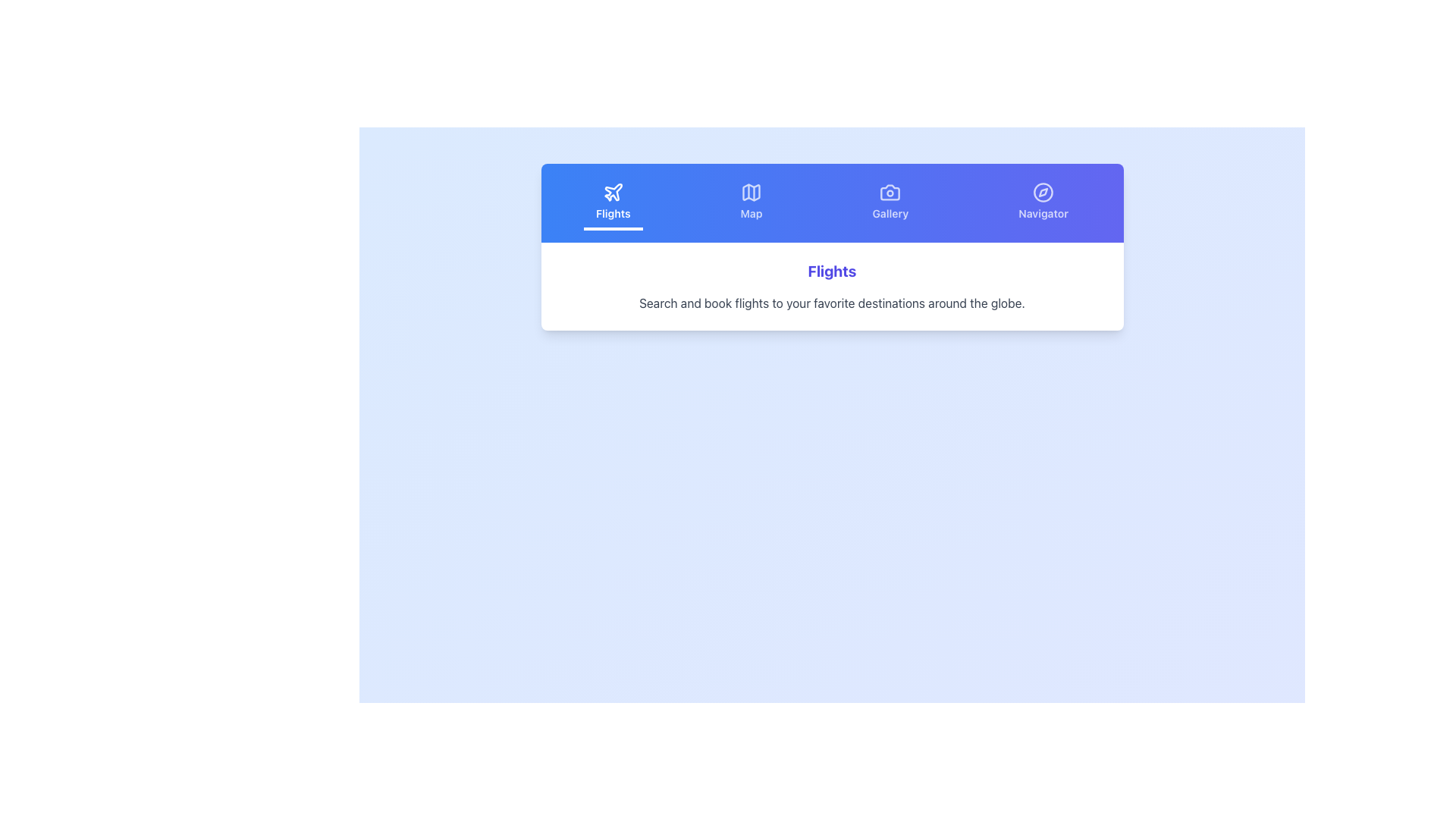 The height and width of the screenshot is (819, 1456). What do you see at coordinates (1043, 213) in the screenshot?
I see `the text label reading 'Navigator' located beneath the compass icon in the navigation menu at the top of the interface` at bounding box center [1043, 213].